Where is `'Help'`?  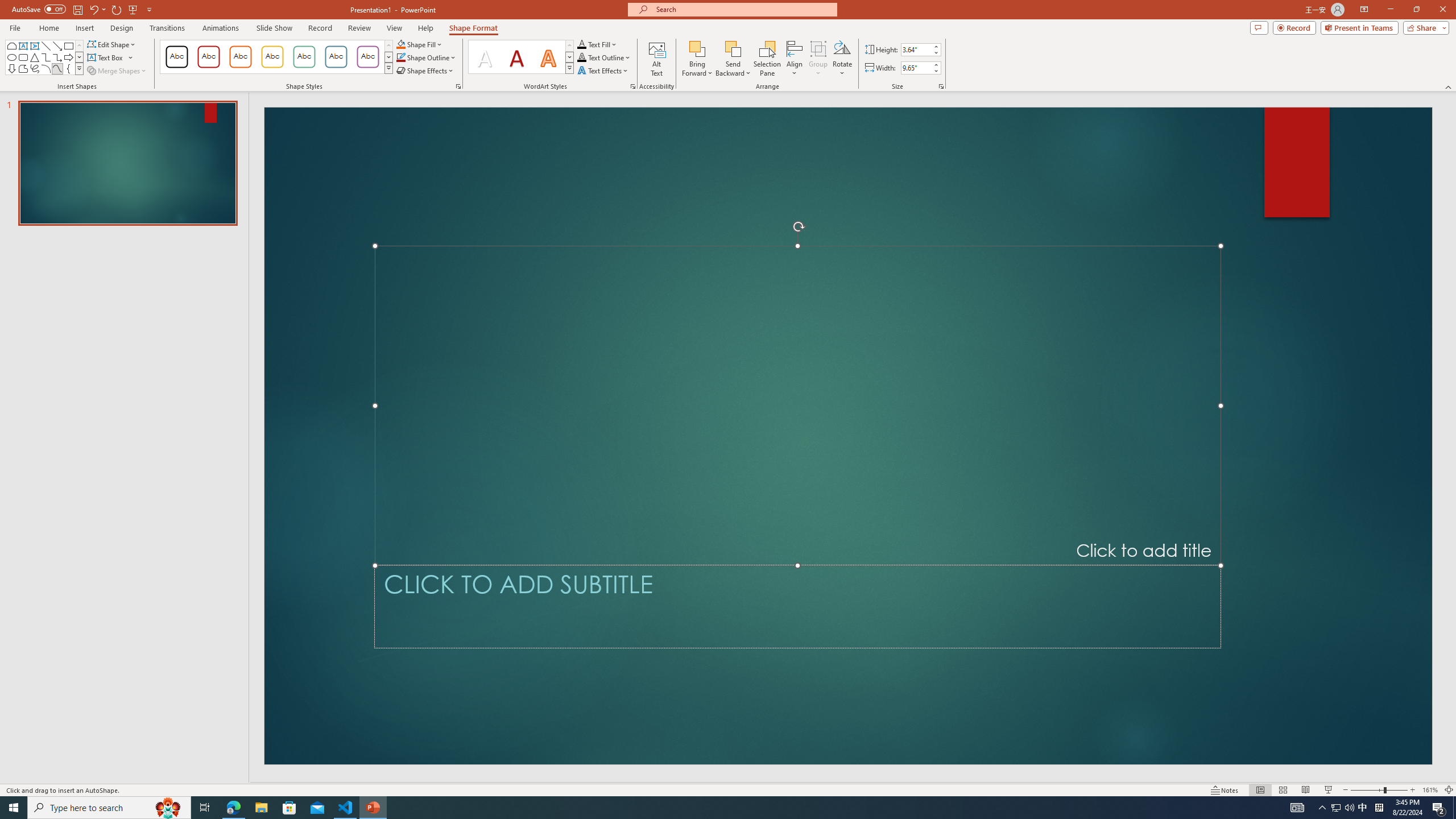 'Help' is located at coordinates (425, 28).